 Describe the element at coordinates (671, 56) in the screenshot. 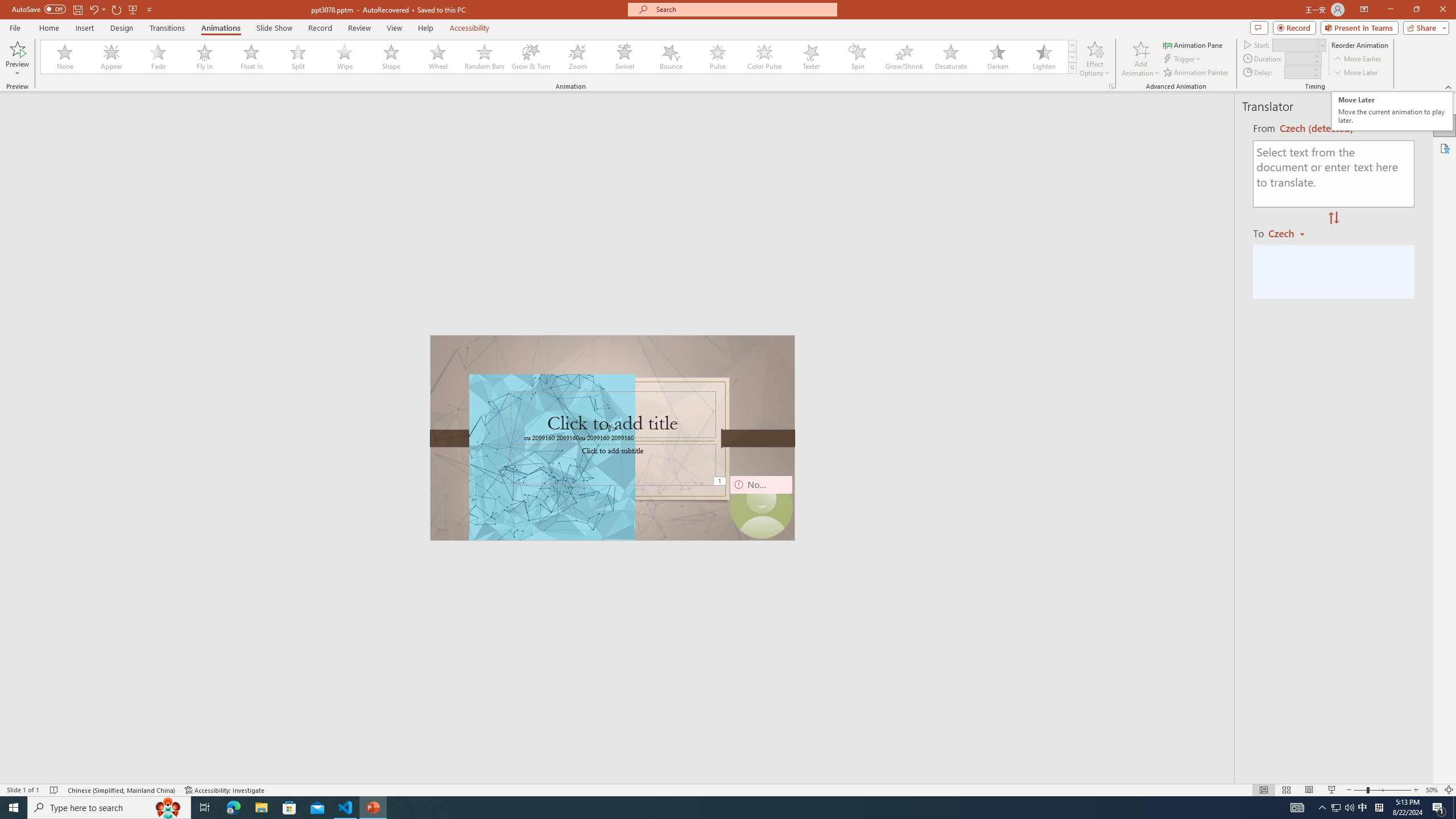

I see `'Bounce'` at that location.